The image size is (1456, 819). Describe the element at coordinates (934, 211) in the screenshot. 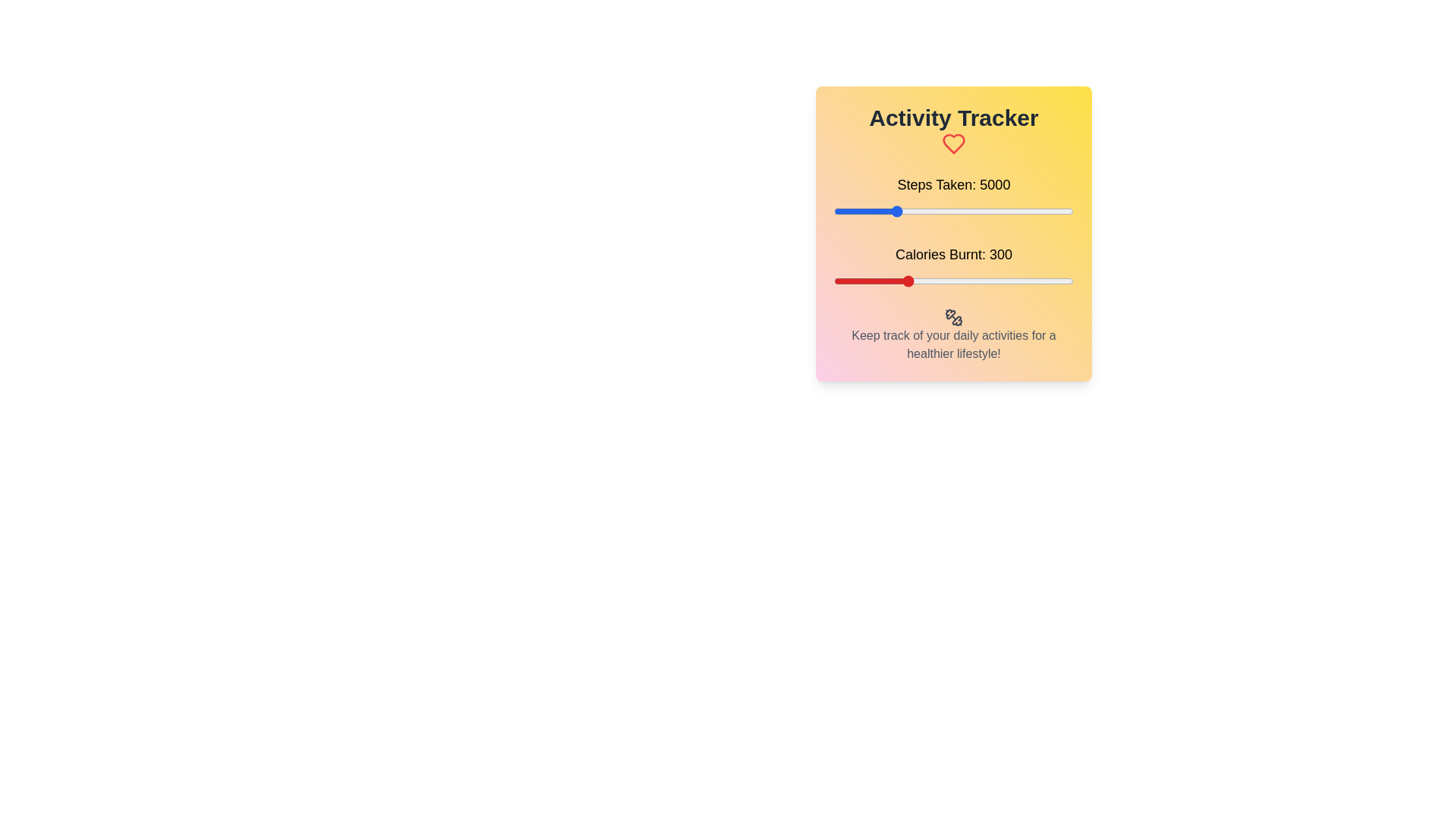

I see `steps taken` at that location.